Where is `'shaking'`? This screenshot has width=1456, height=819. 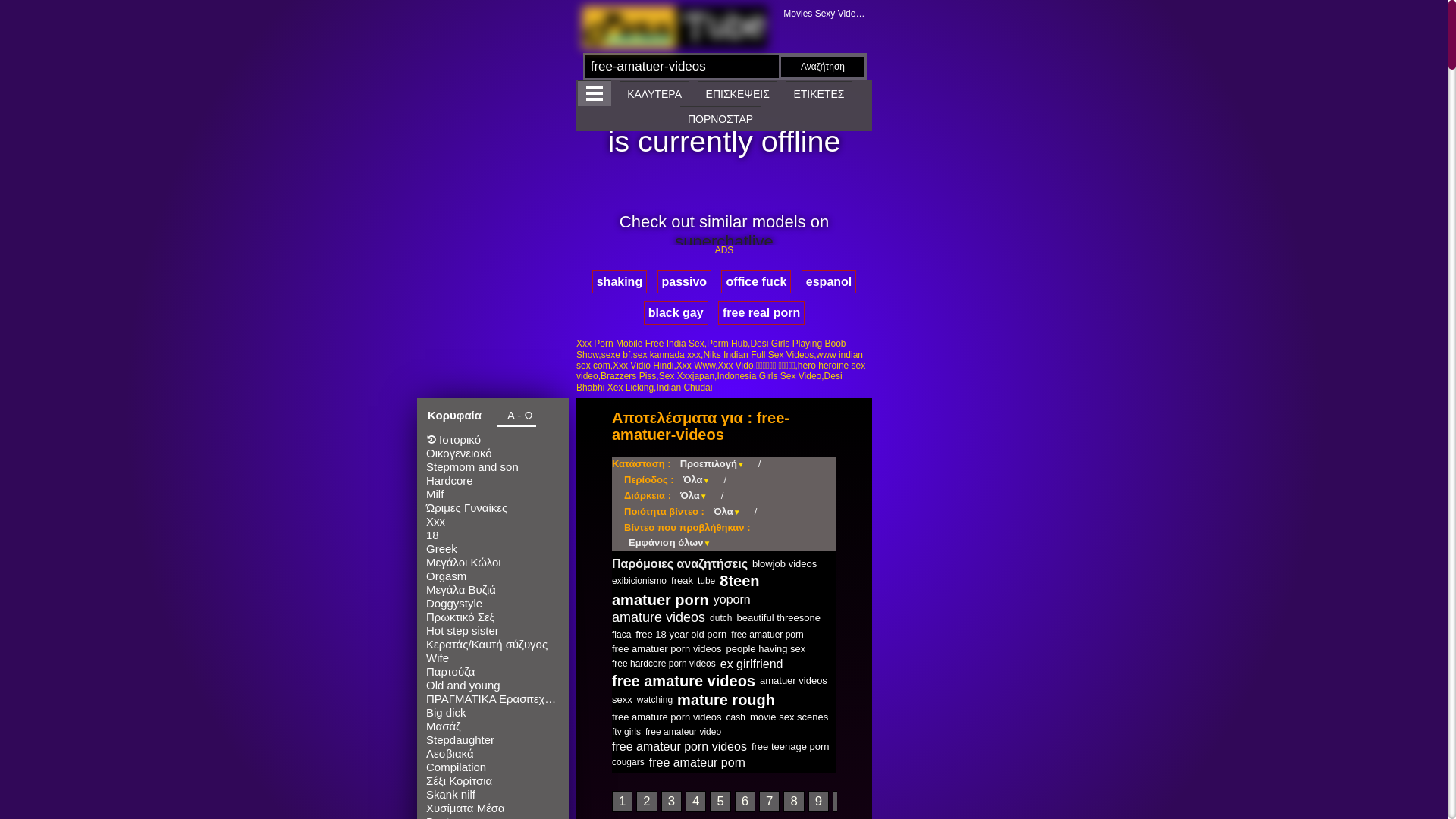 'shaking' is located at coordinates (619, 281).